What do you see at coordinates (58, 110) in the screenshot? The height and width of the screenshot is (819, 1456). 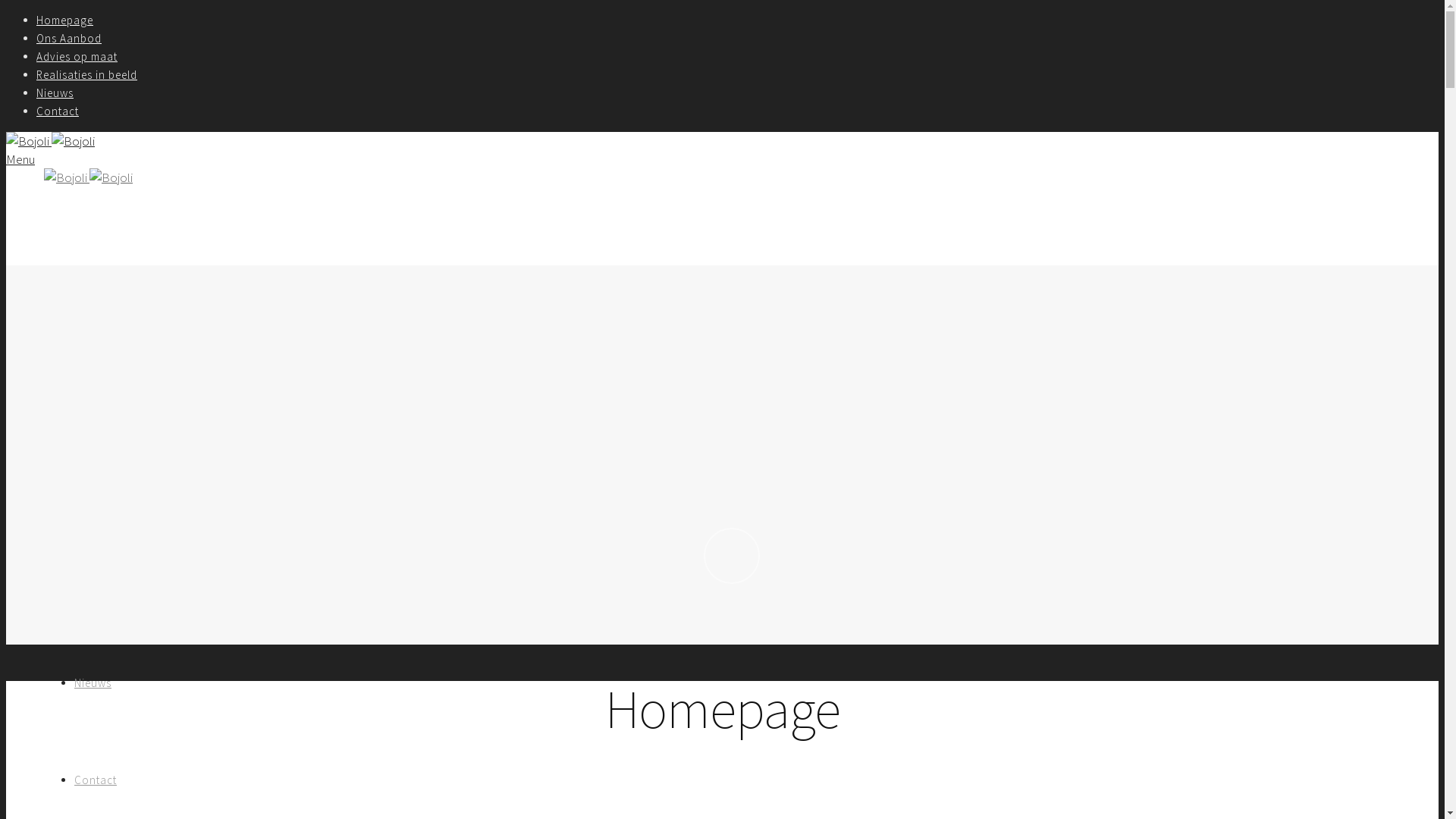 I see `'Contact'` at bounding box center [58, 110].